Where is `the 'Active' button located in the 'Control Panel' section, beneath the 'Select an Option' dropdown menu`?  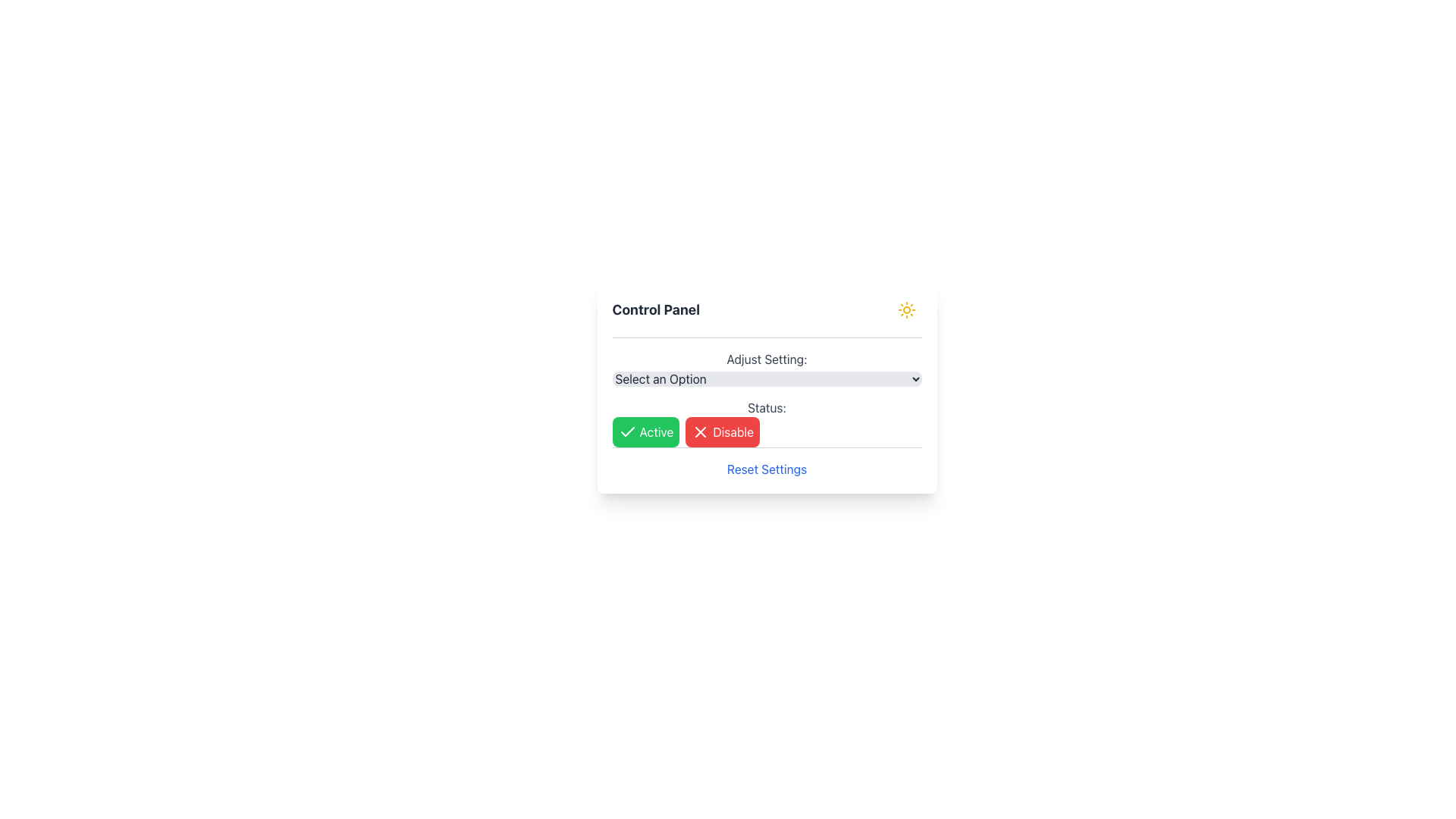 the 'Active' button located in the 'Control Panel' section, beneath the 'Select an Option' dropdown menu is located at coordinates (645, 432).